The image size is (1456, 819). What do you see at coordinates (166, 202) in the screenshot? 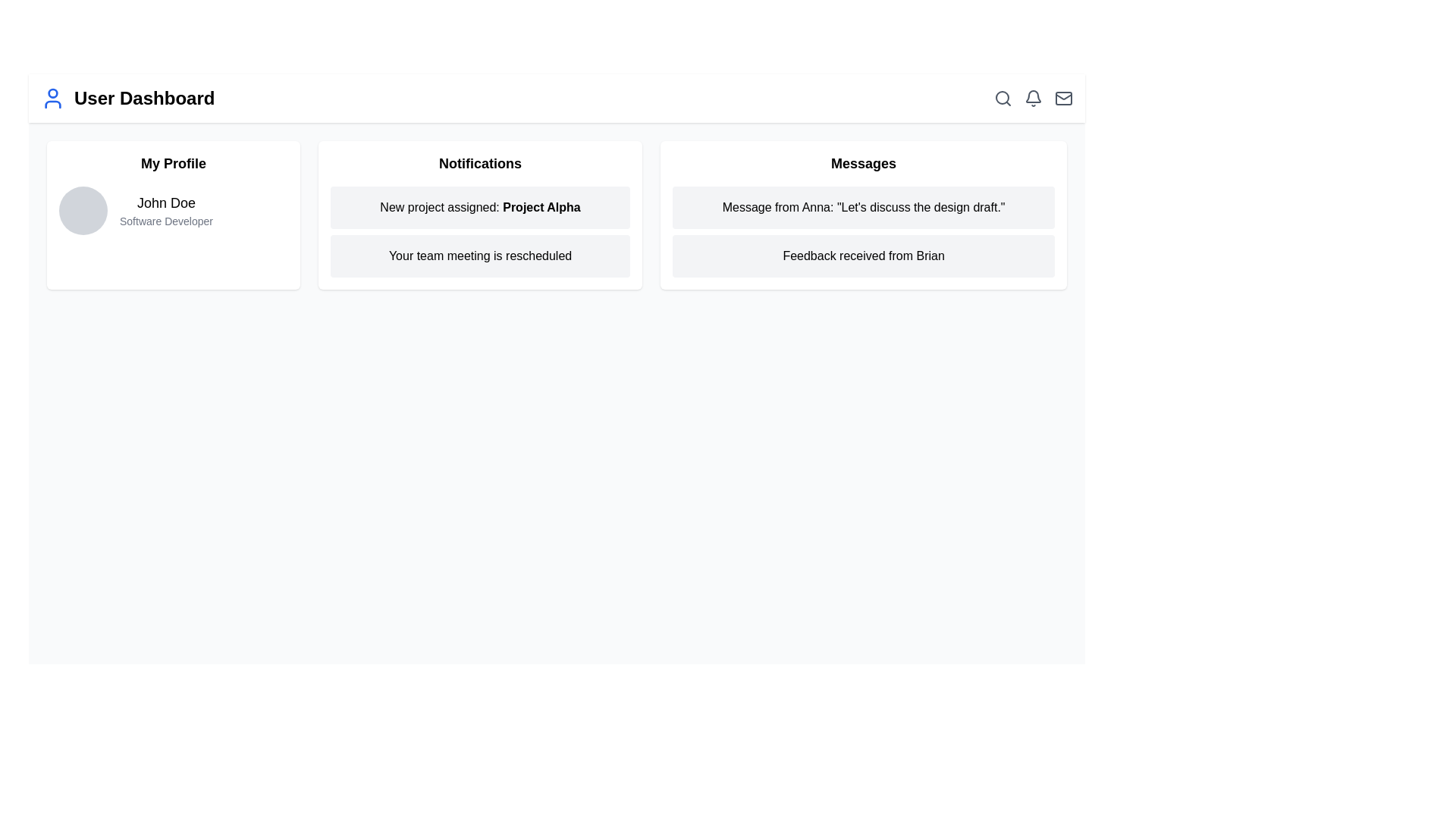
I see `the username or profile title displayed in the Text Label at the top-left section of the 'My Profile' card` at bounding box center [166, 202].